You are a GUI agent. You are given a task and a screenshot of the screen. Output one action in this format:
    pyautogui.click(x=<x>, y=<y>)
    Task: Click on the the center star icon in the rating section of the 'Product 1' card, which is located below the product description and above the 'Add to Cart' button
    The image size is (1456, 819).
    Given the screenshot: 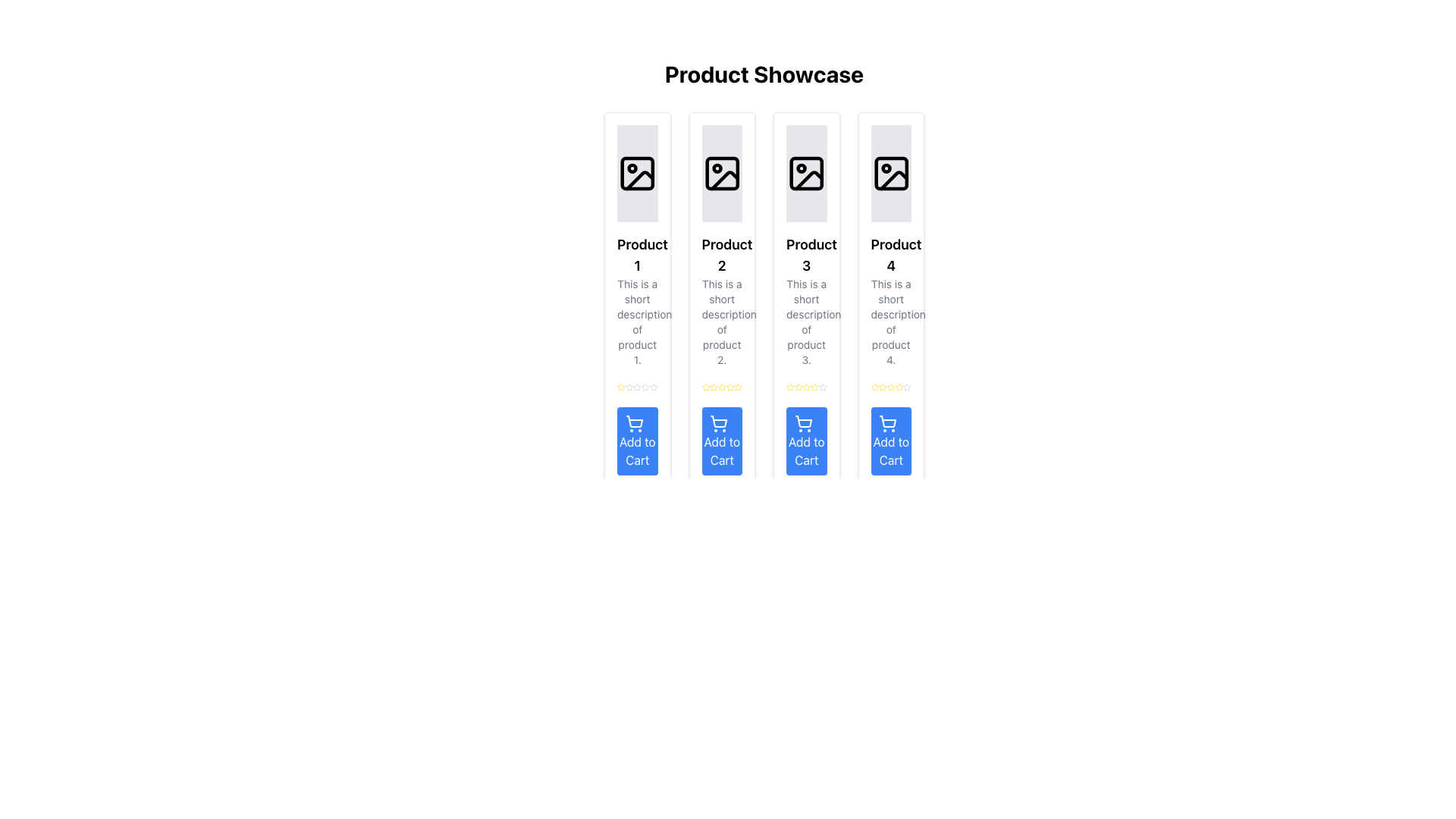 What is the action you would take?
    pyautogui.click(x=637, y=386)
    